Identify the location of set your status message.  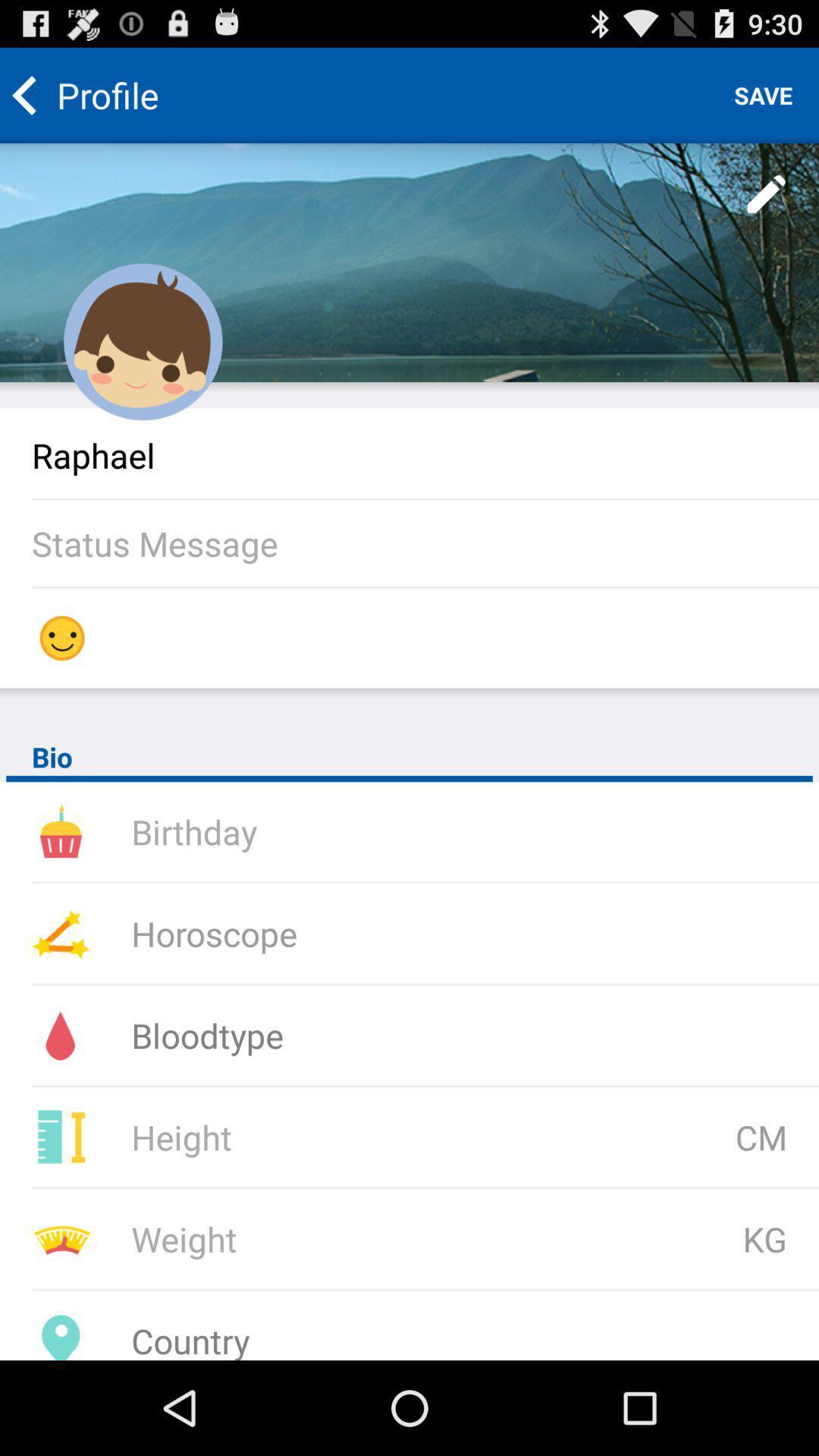
(425, 543).